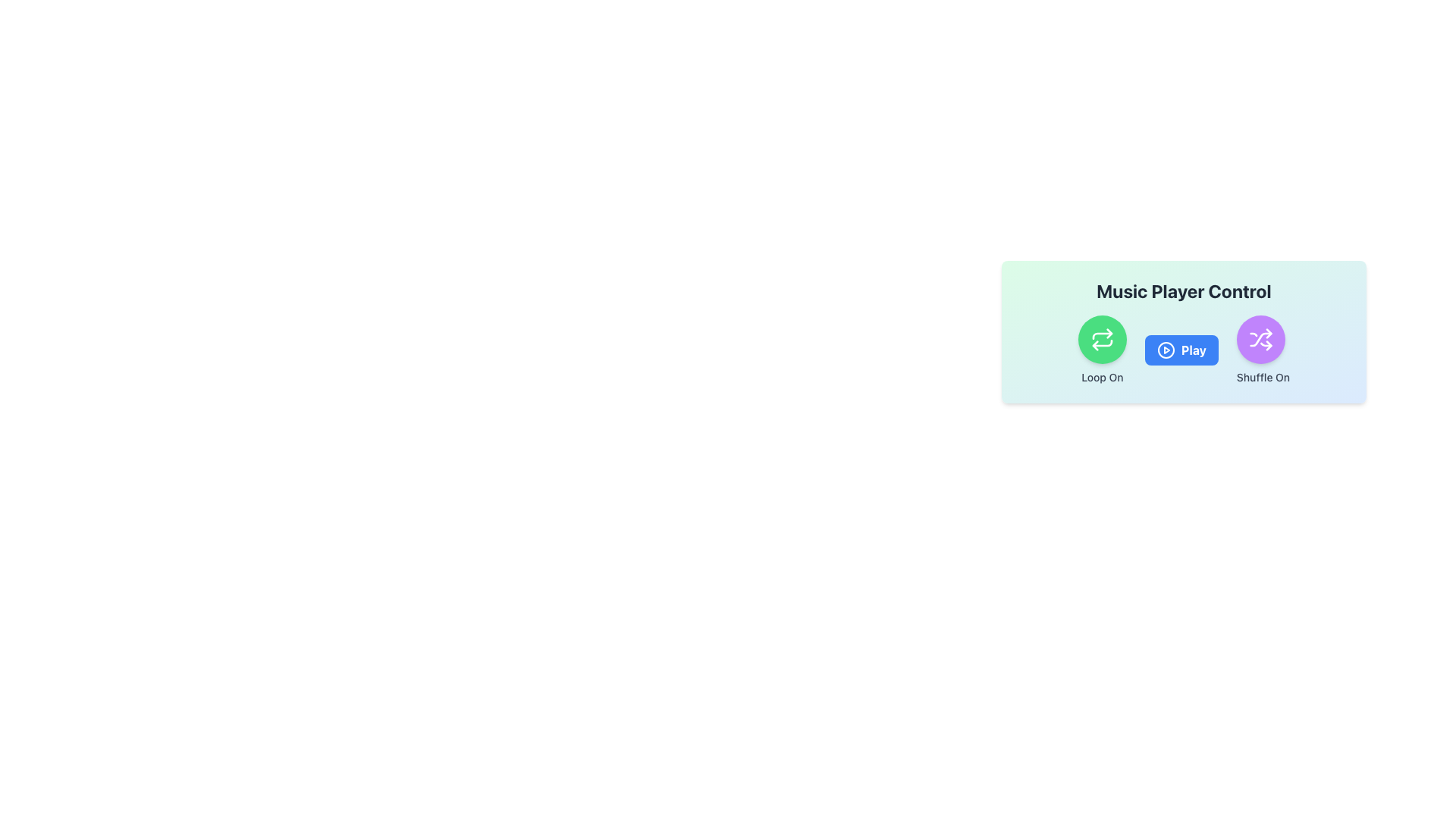 The height and width of the screenshot is (819, 1456). Describe the element at coordinates (1102, 338) in the screenshot. I see `the 'Loop' toggle button located under the 'Music Player Control' section` at that location.